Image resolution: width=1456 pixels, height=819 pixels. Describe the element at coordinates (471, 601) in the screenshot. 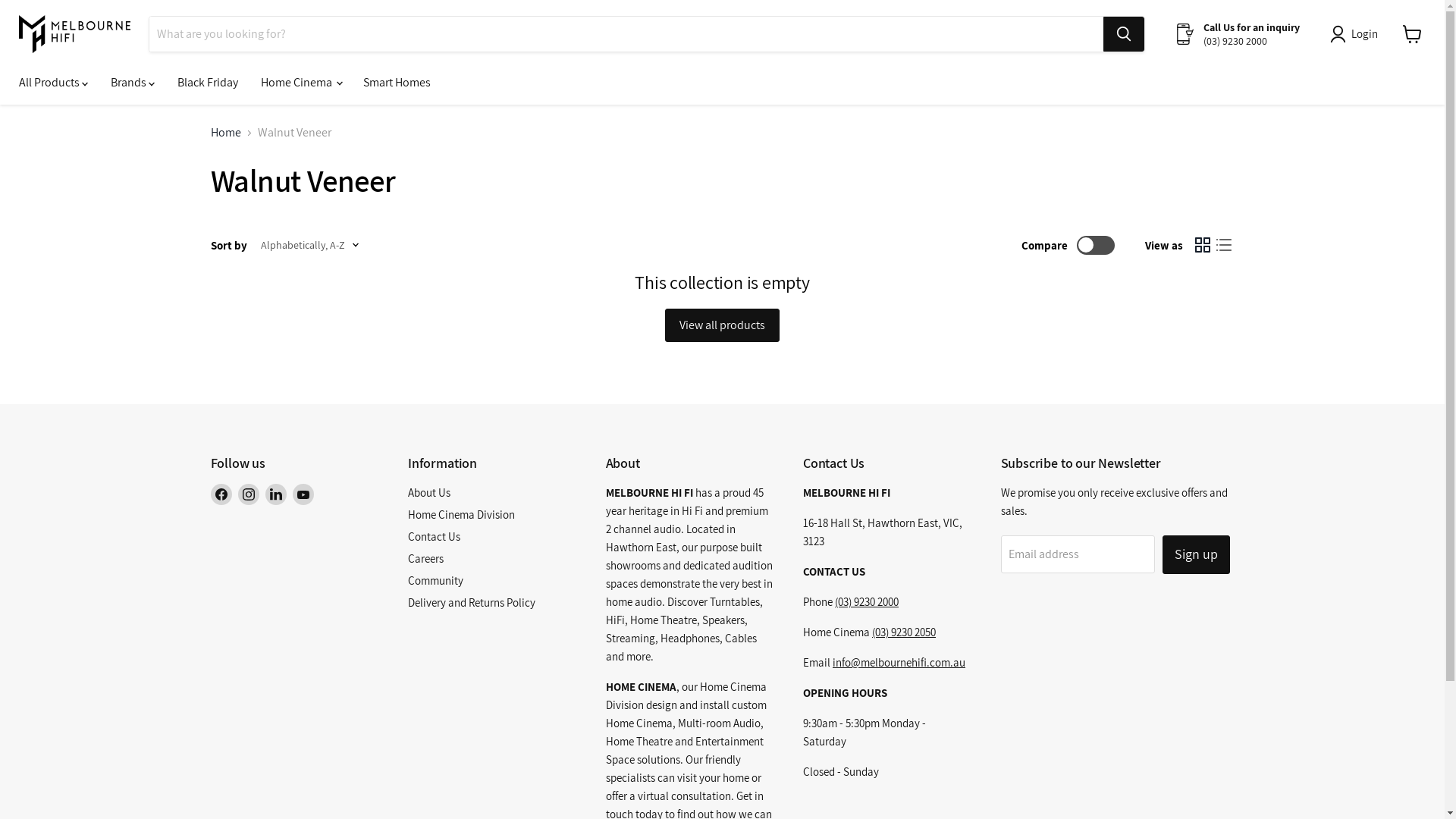

I see `'Delivery and Returns Policy'` at that location.